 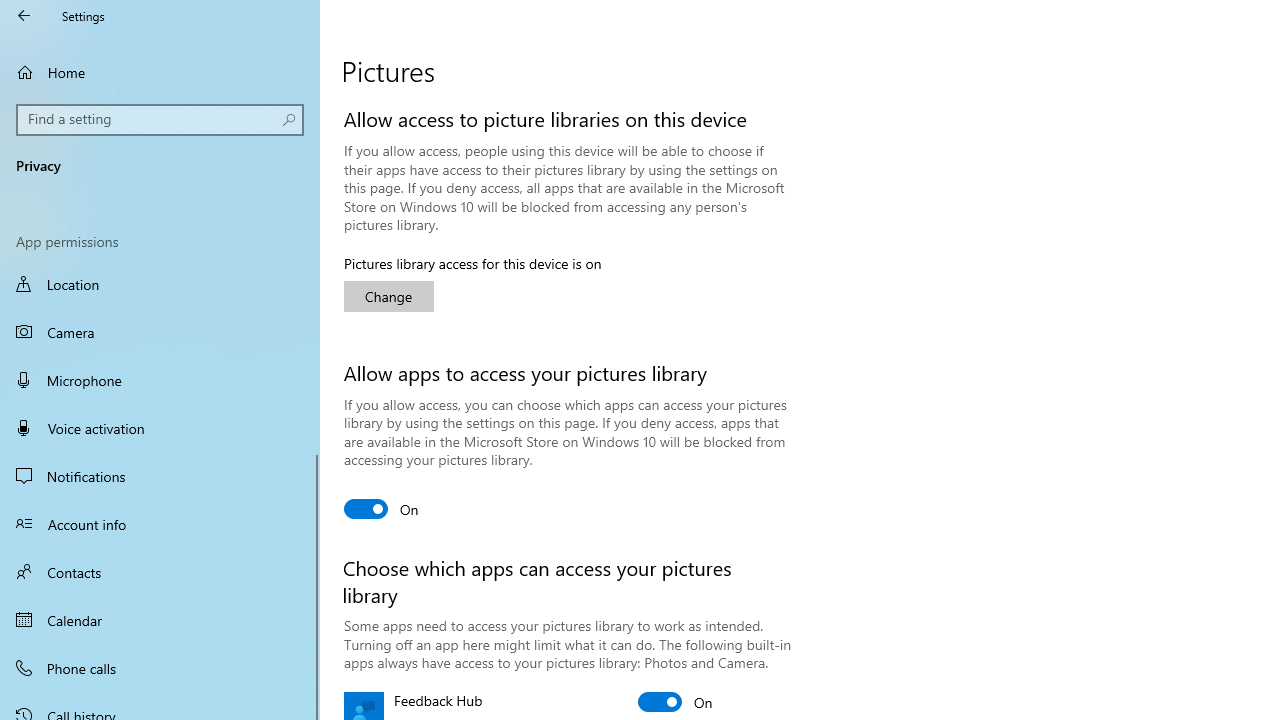 I want to click on 'Account info', so click(x=160, y=522).